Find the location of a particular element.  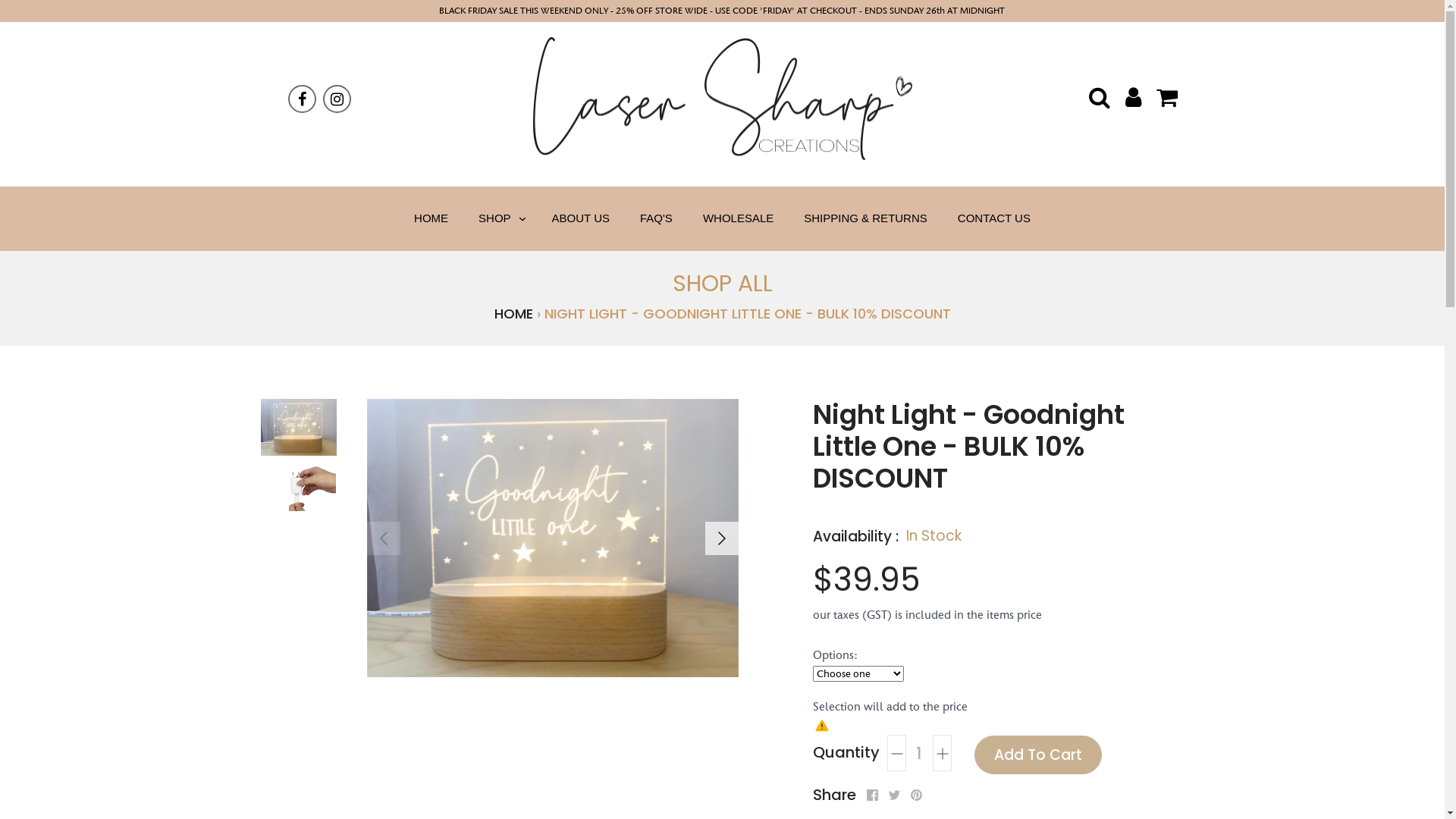

'WHOLESALE' is located at coordinates (738, 218).